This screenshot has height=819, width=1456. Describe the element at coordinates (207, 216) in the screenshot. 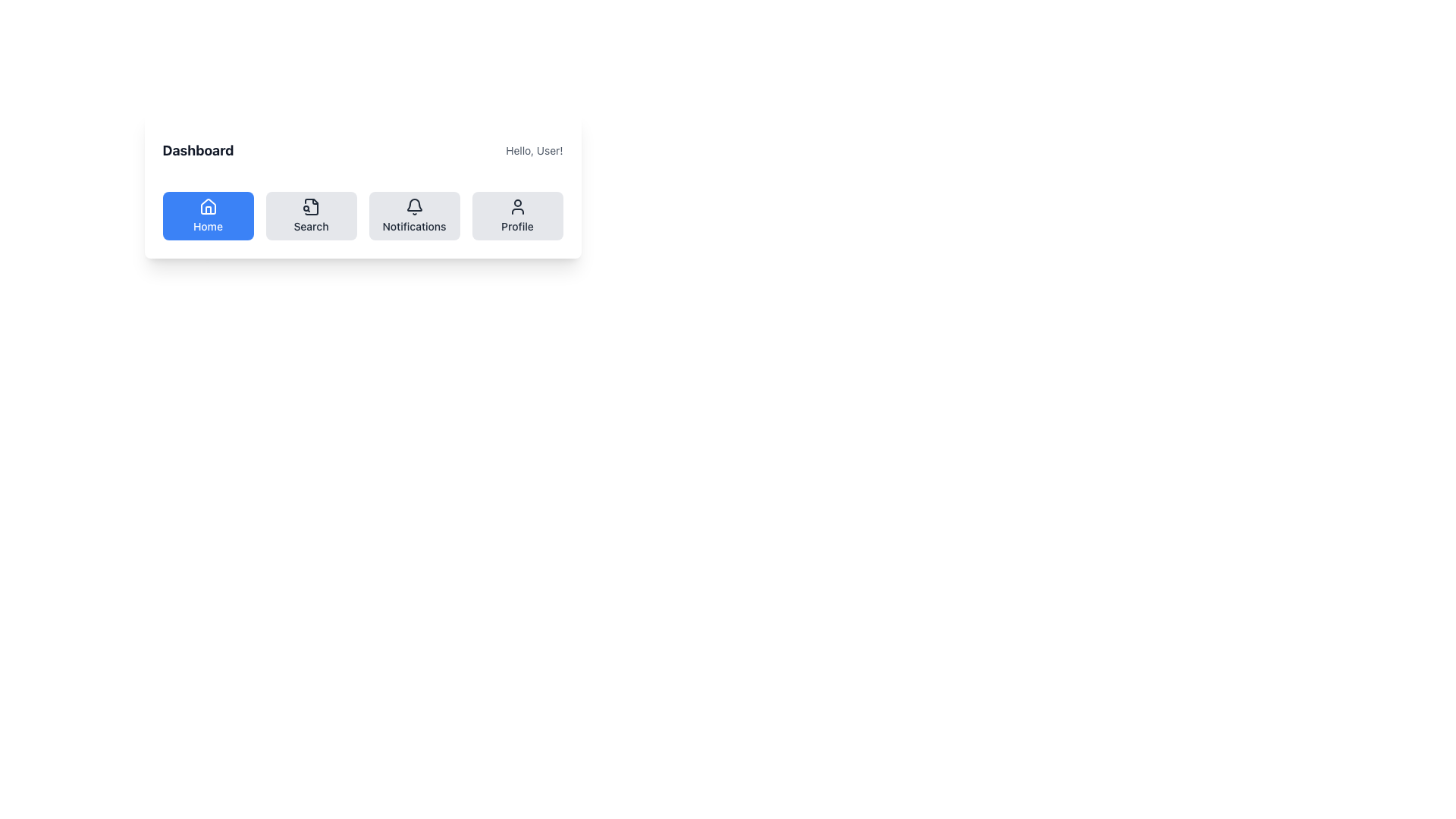

I see `the blue rectangular button labeled 'Home' with a white house icon to scale it visually` at that location.